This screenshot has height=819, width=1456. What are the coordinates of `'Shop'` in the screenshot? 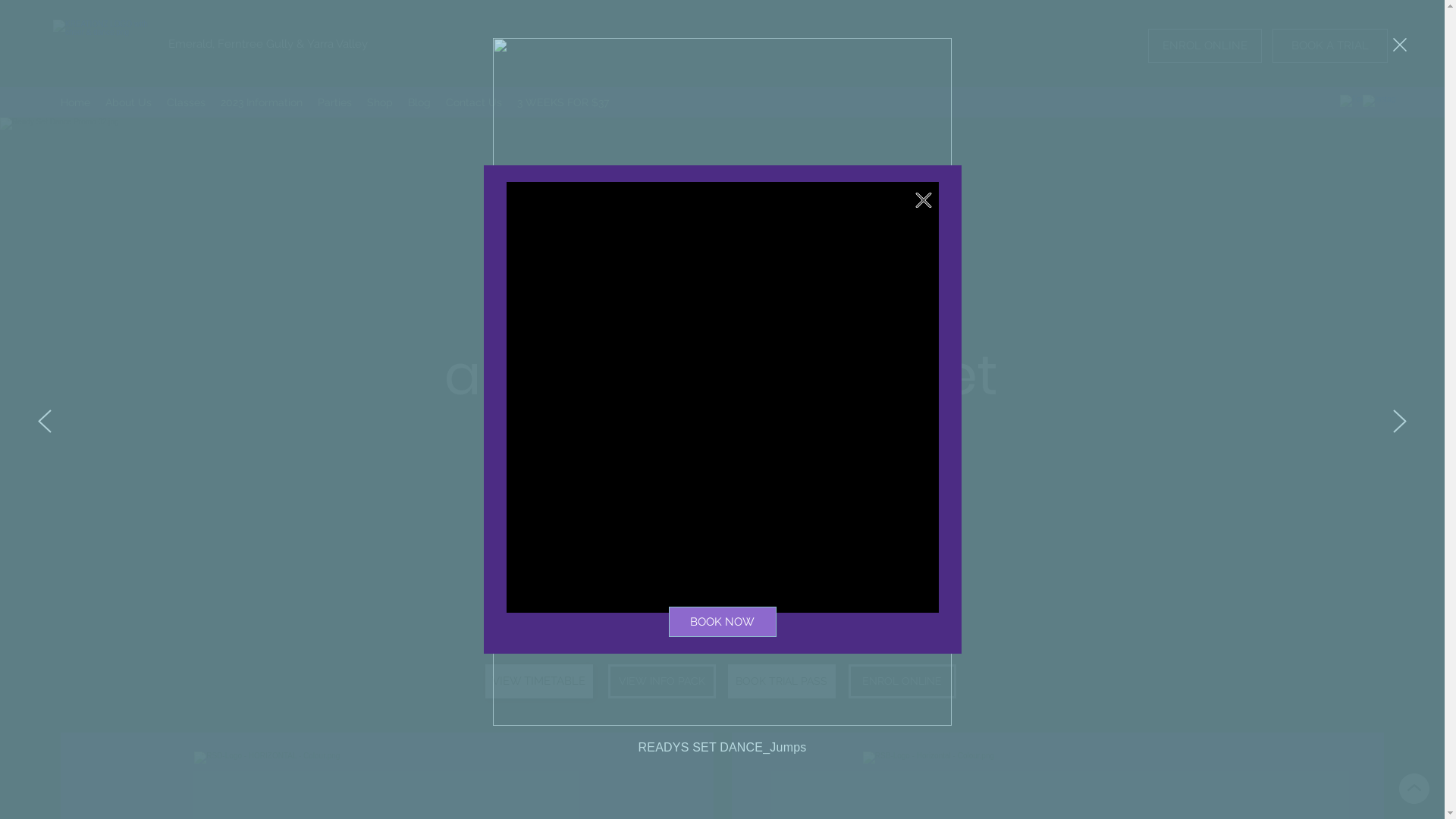 It's located at (379, 102).